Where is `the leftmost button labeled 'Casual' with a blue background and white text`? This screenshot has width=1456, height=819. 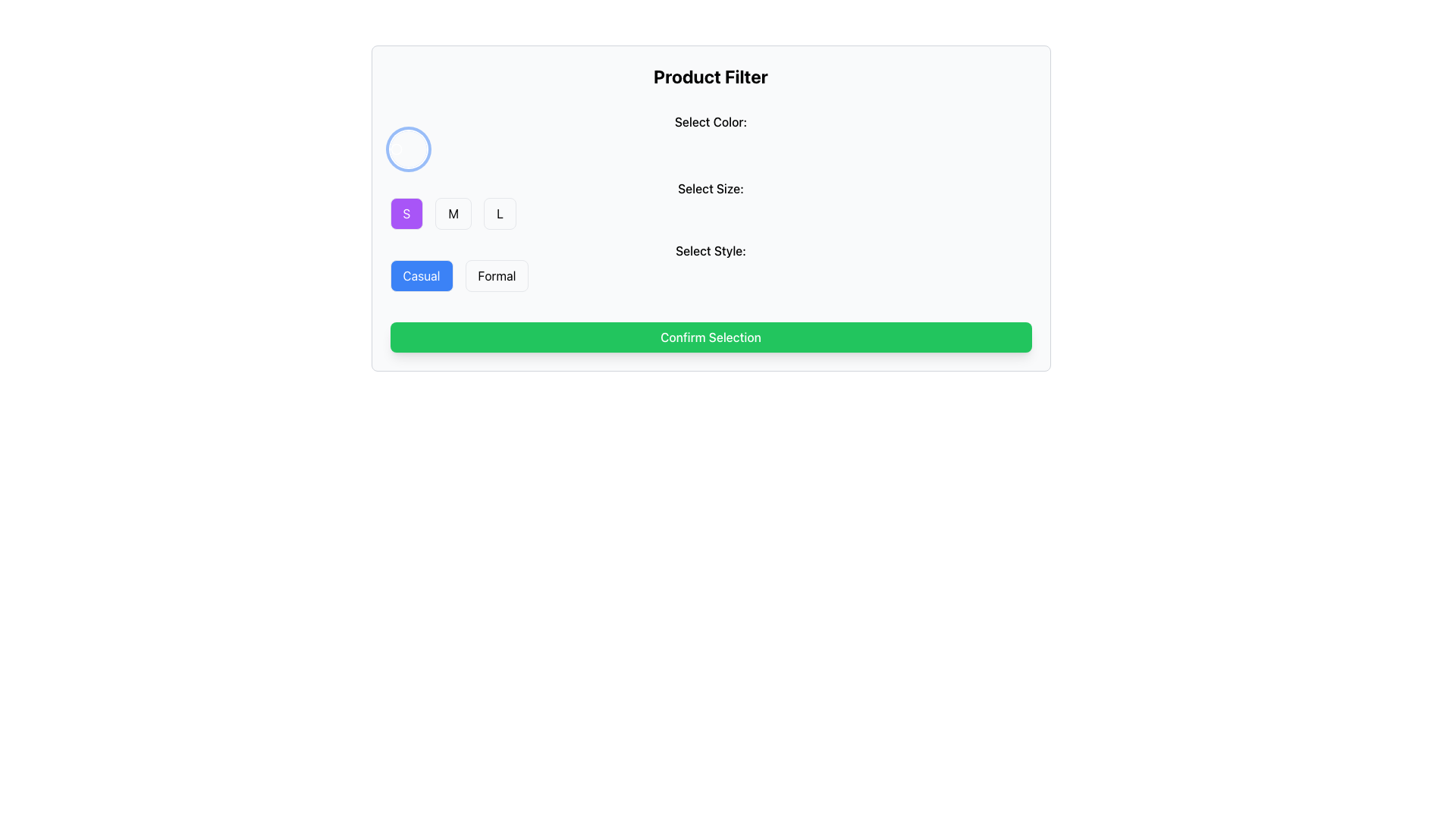 the leftmost button labeled 'Casual' with a blue background and white text is located at coordinates (422, 275).